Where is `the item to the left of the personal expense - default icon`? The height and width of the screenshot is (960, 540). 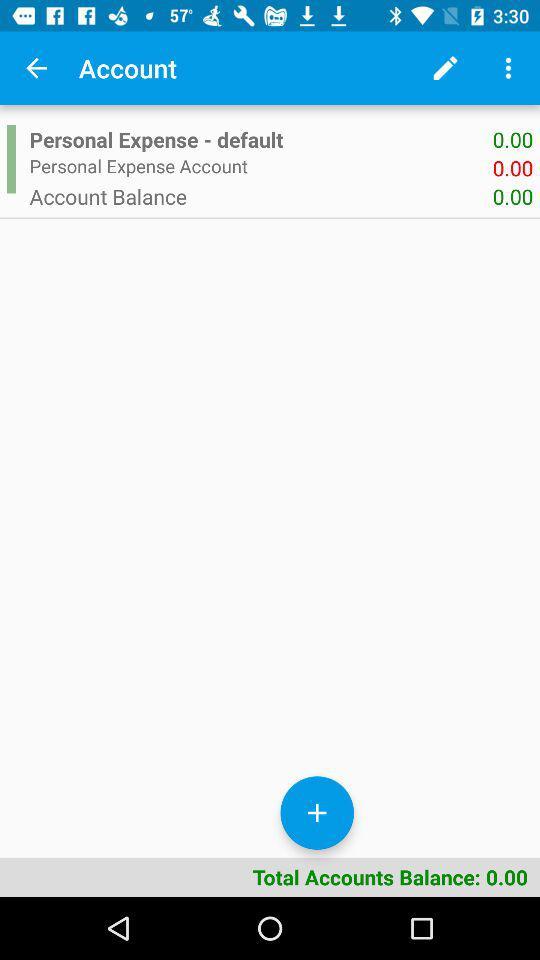 the item to the left of the personal expense - default icon is located at coordinates (10, 158).